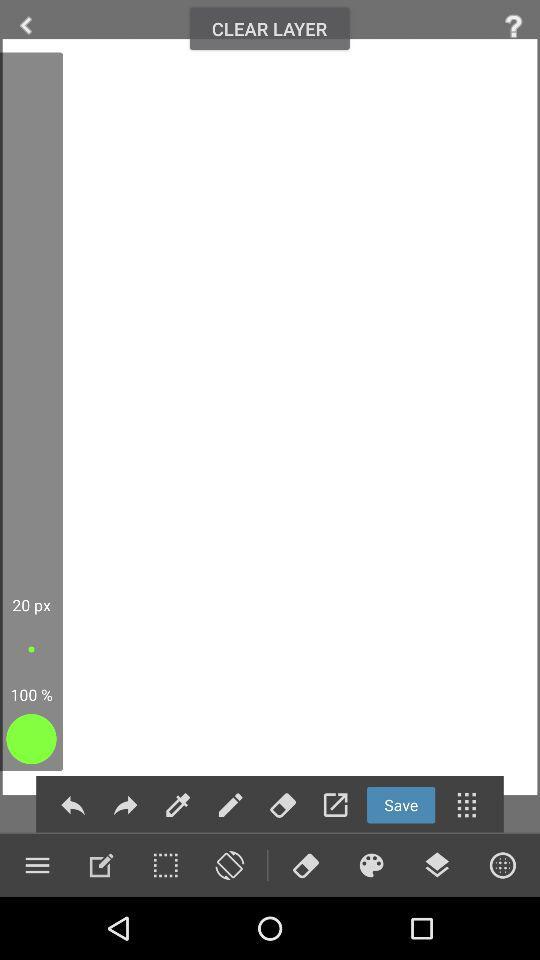  I want to click on browers option, so click(501, 864).